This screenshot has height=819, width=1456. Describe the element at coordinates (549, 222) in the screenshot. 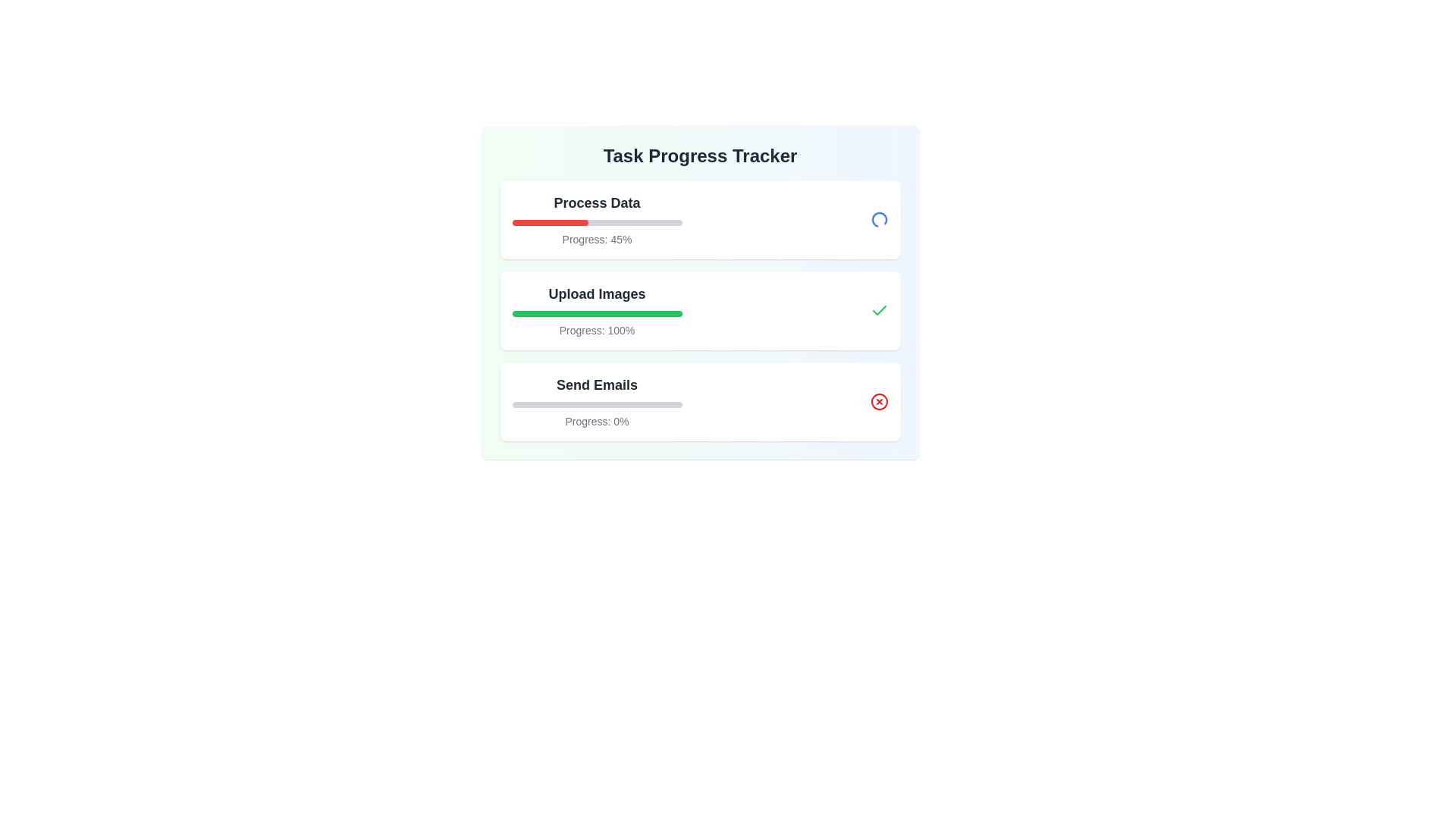

I see `the Progress Indicator that visually indicates a 45% completion for the 'Process Data' task, located in the top progress bar` at that location.